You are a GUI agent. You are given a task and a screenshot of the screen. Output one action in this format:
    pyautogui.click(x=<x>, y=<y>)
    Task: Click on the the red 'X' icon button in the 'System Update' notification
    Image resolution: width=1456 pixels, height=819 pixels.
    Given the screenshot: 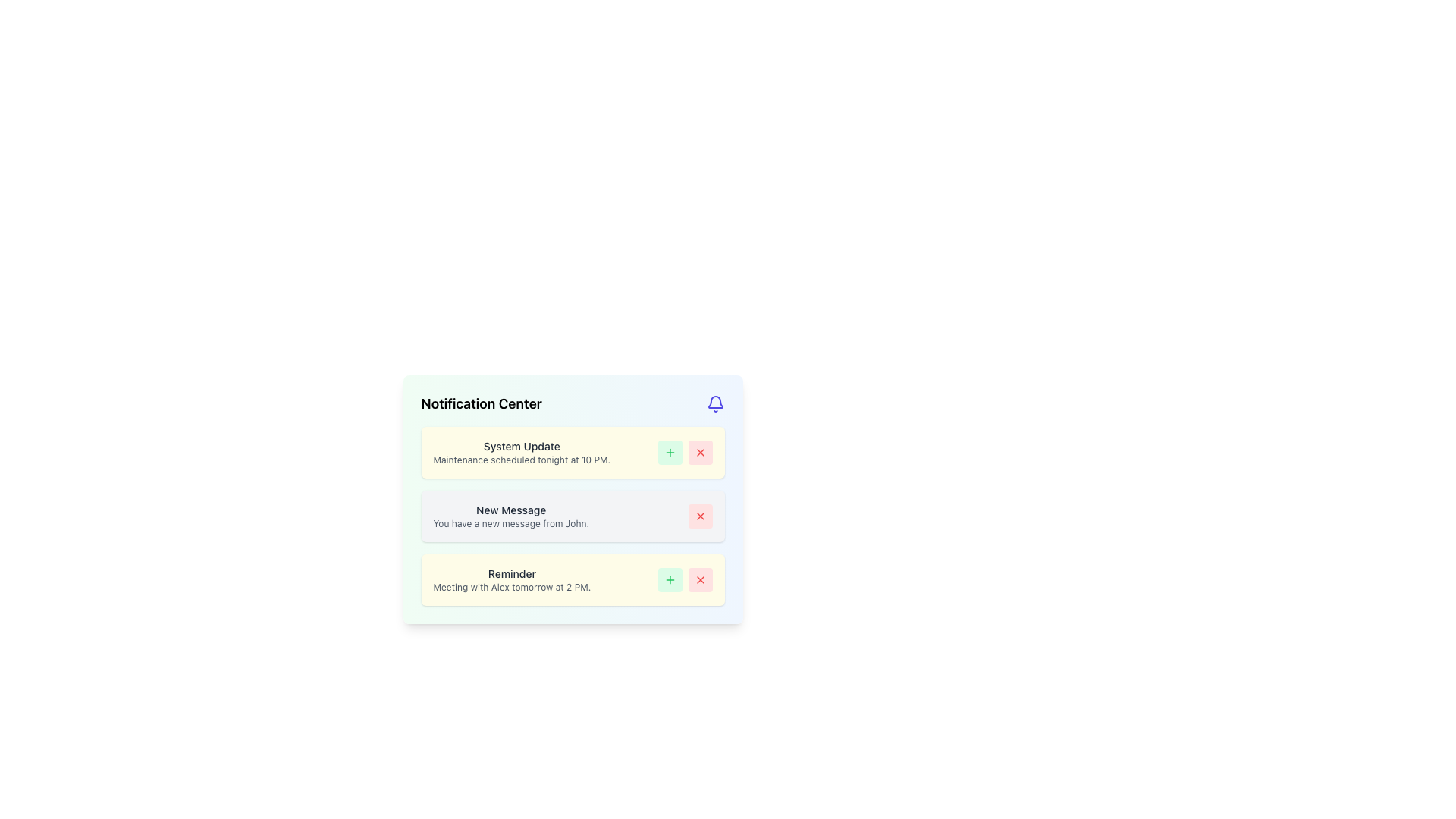 What is the action you would take?
    pyautogui.click(x=699, y=452)
    